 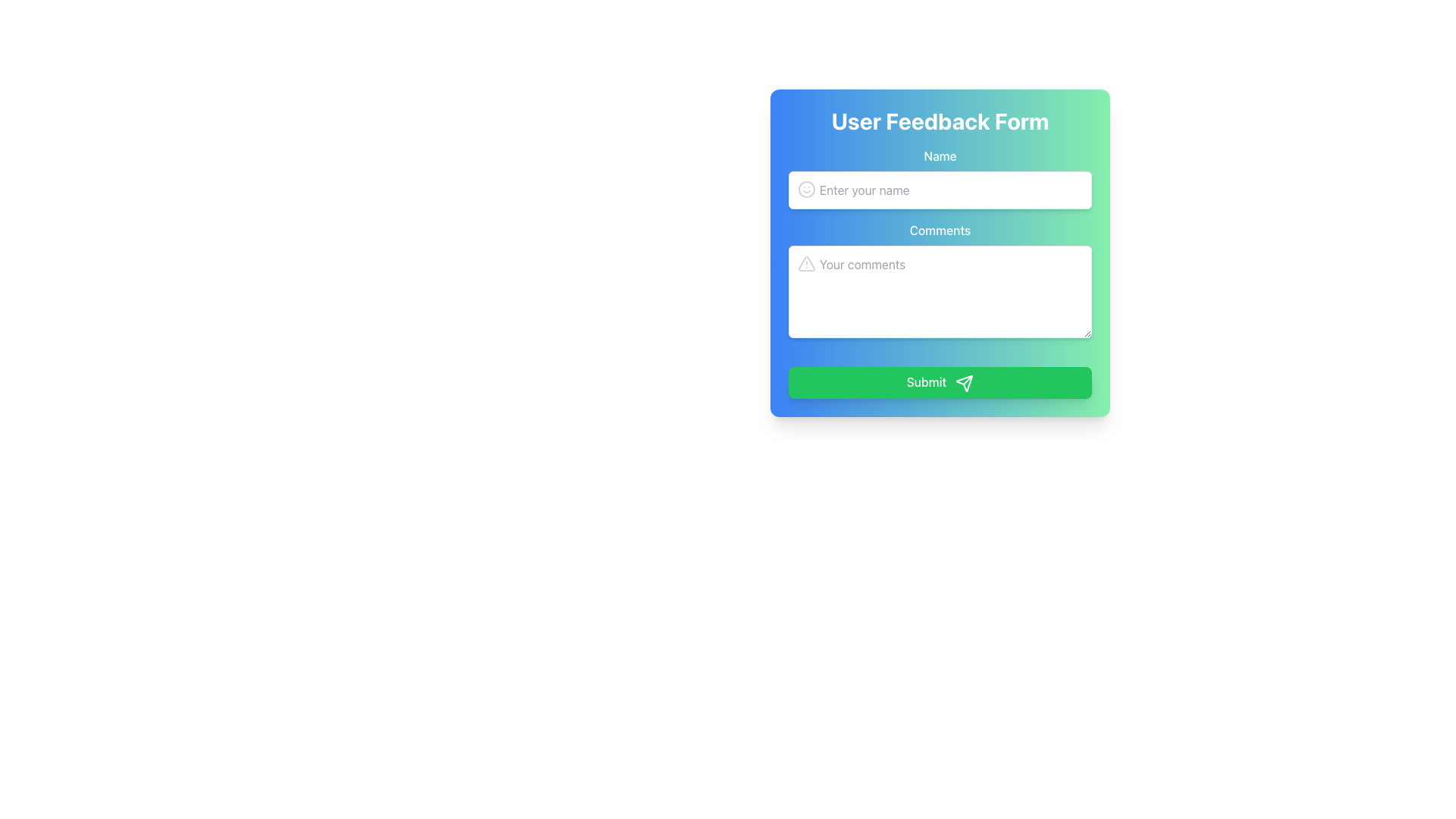 I want to click on the visual indicator icon located inside the 'Submit' button to the right of the text, which reinforces the functionality of sending or submitting the form, so click(x=964, y=382).